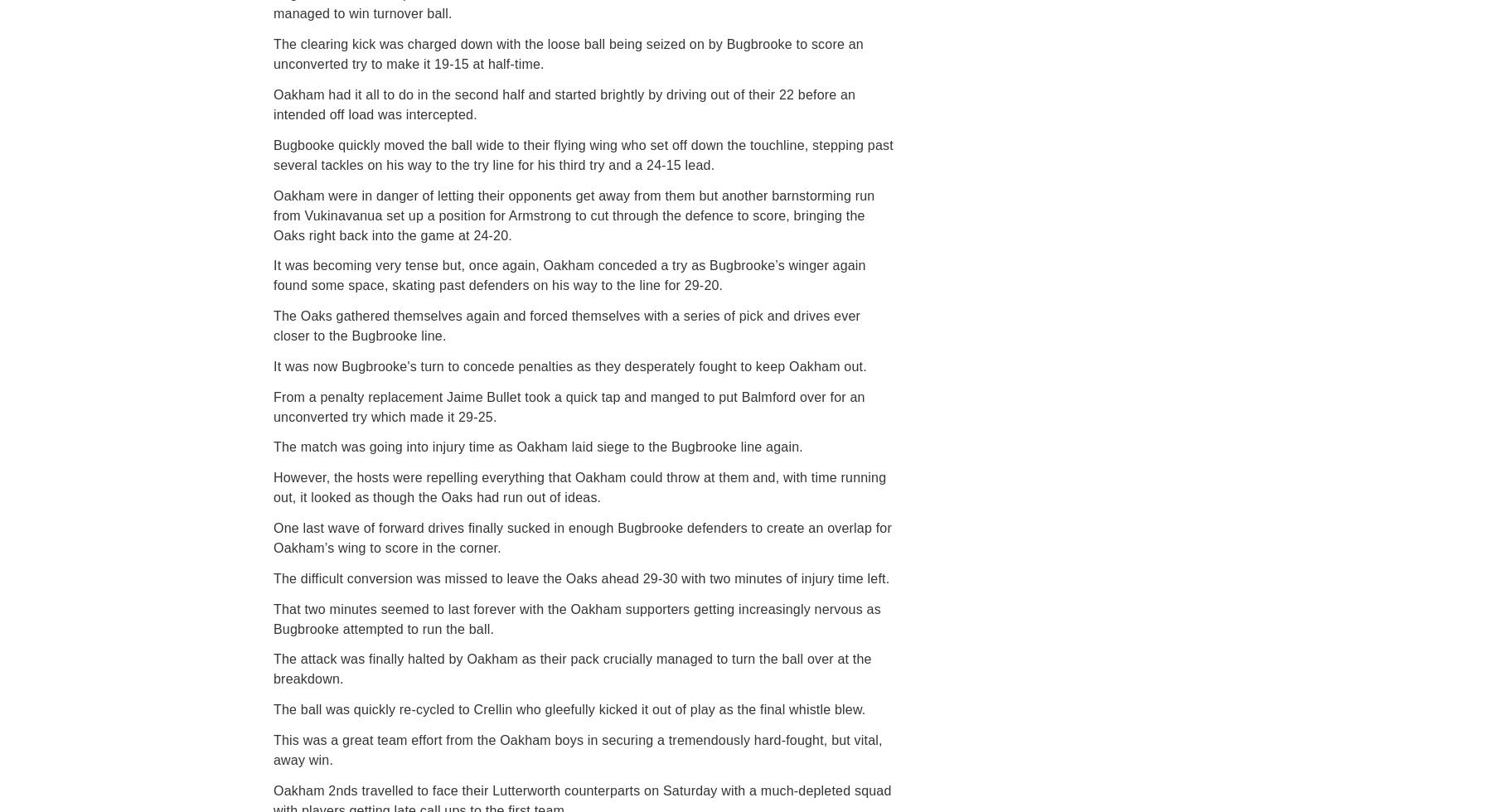 The height and width of the screenshot is (812, 1492). I want to click on 'The difficult conversion was missed to leave the Oaks ahead 29-30 with two minutes of injury time left.', so click(580, 578).